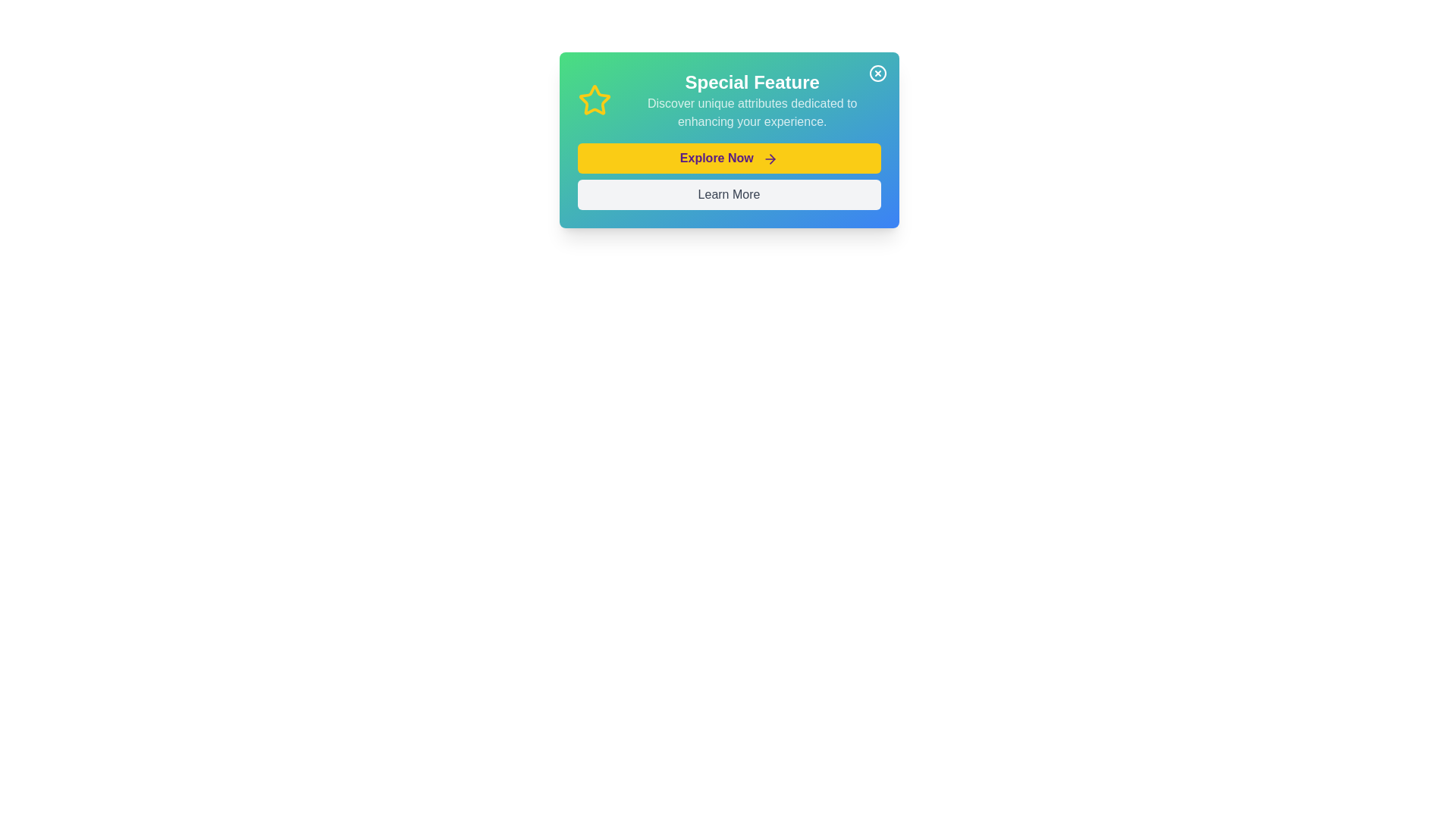  What do you see at coordinates (752, 82) in the screenshot?
I see `the heading element displaying 'Special Feature' in bold white font, which is positioned at the upper-central region of the interface` at bounding box center [752, 82].